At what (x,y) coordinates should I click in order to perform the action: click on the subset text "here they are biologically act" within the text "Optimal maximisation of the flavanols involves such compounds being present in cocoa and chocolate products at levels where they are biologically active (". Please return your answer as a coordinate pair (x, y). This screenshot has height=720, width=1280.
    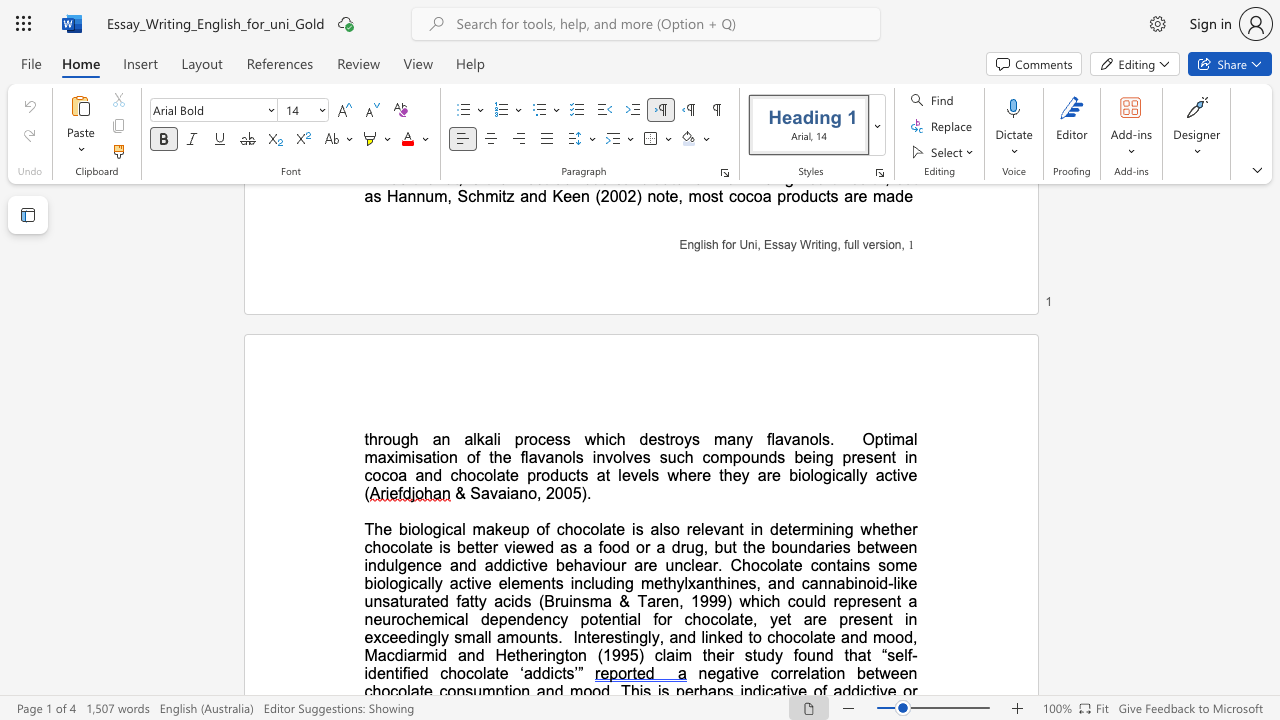
    Looking at the image, I should click on (679, 475).